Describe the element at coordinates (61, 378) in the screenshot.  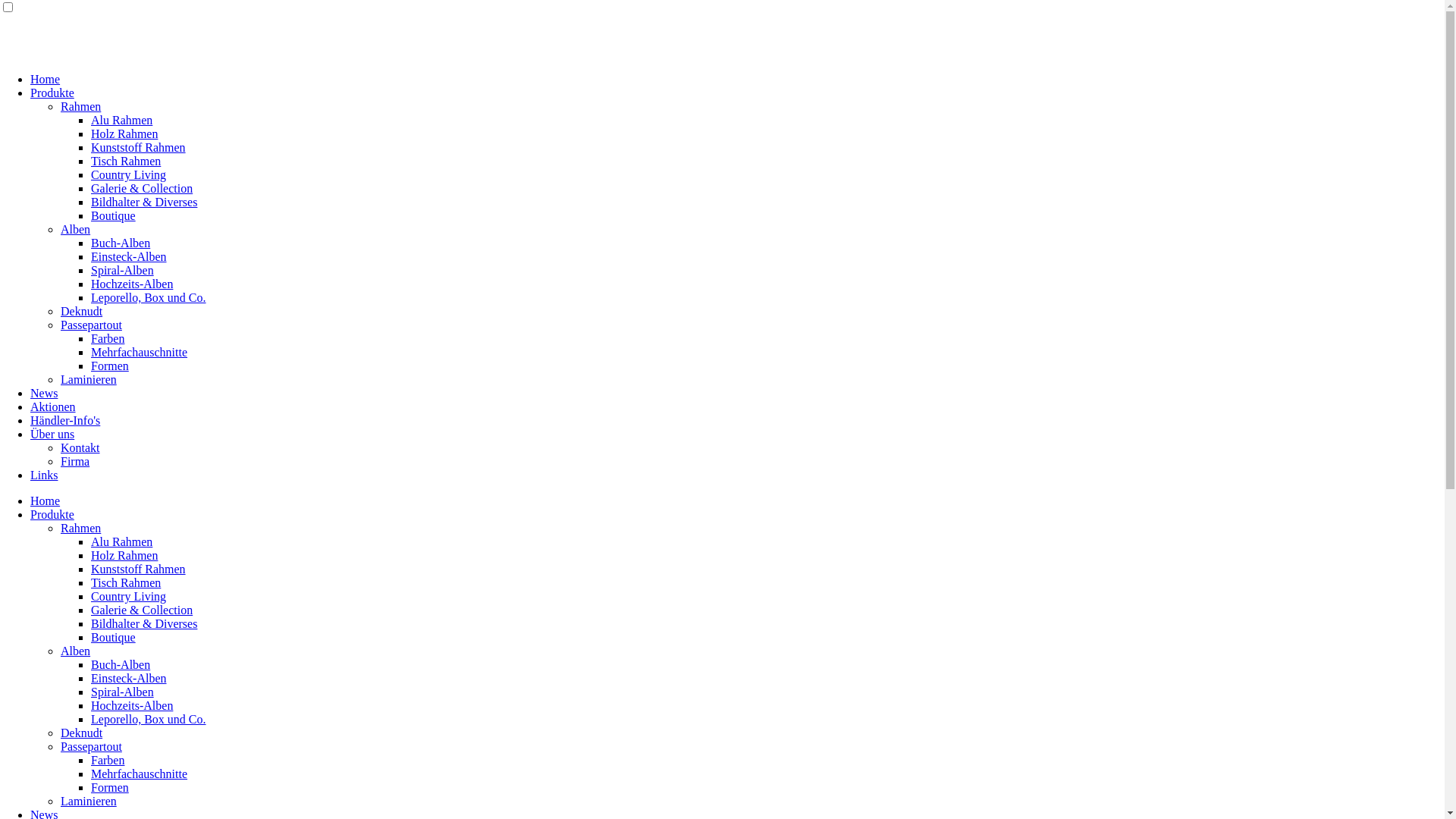
I see `'Laminieren'` at that location.